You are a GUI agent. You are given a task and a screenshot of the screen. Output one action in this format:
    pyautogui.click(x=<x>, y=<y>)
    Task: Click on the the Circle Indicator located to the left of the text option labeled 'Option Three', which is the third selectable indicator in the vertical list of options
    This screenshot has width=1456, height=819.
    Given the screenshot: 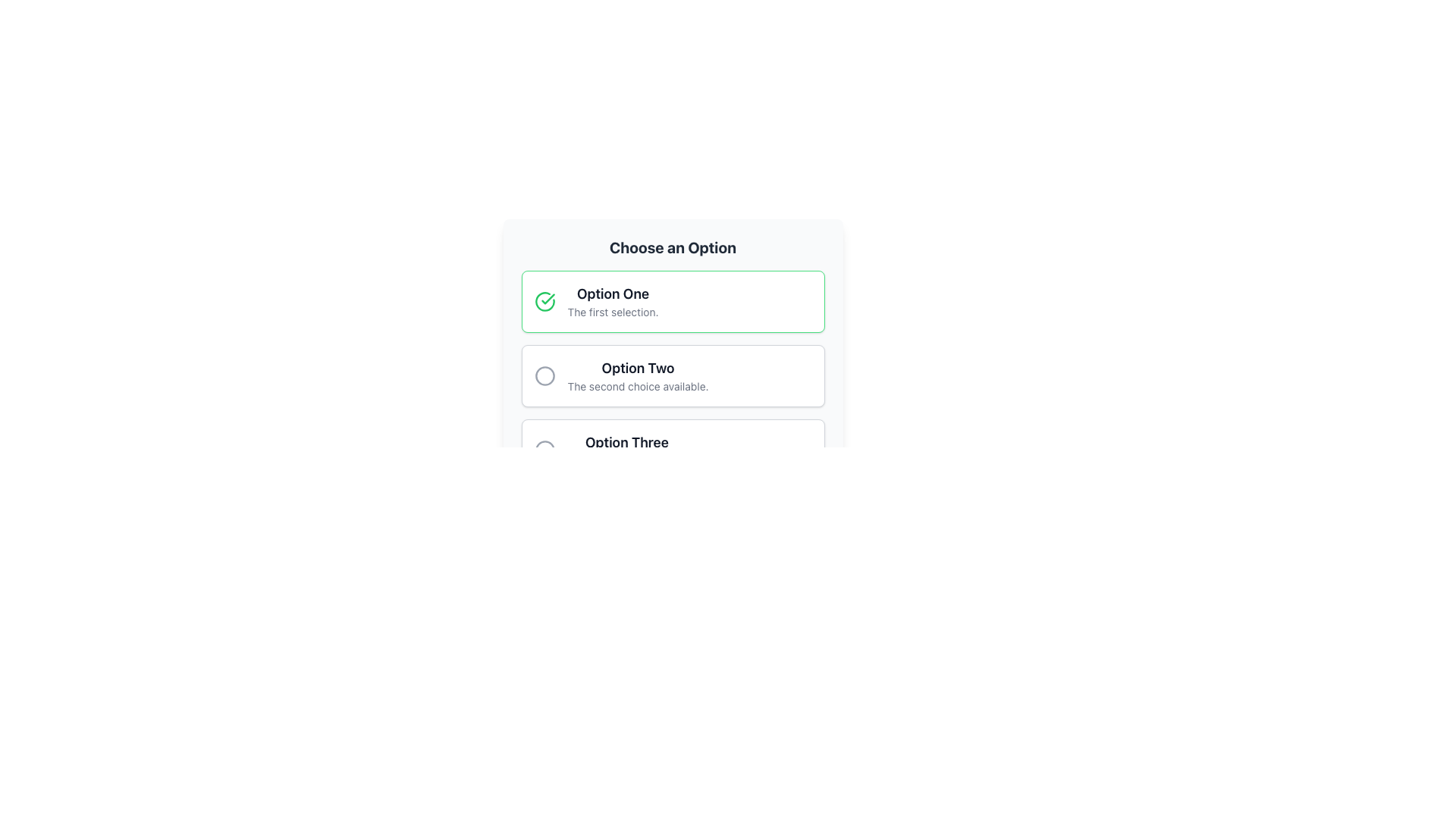 What is the action you would take?
    pyautogui.click(x=544, y=450)
    